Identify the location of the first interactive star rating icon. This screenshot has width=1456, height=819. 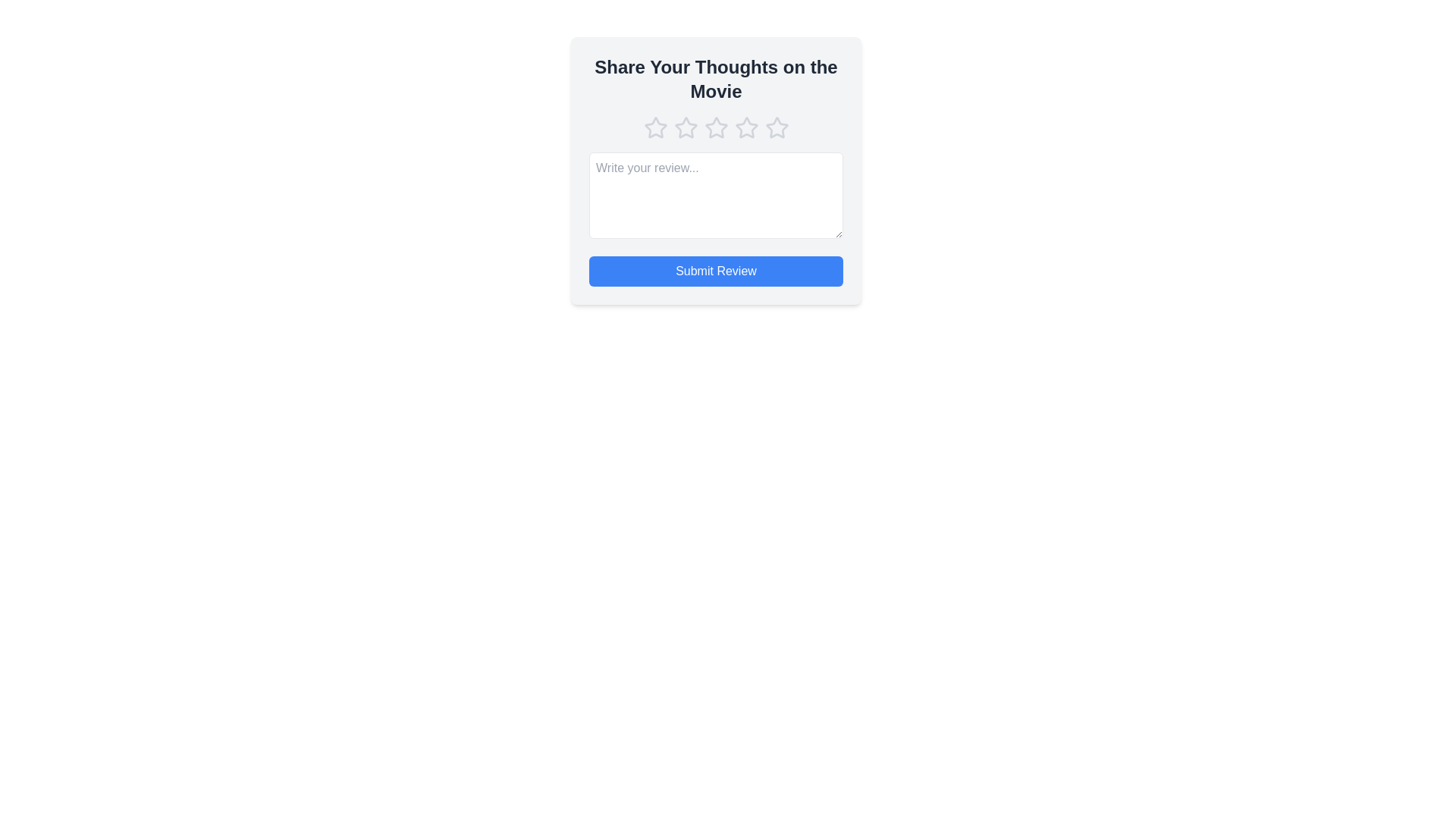
(655, 127).